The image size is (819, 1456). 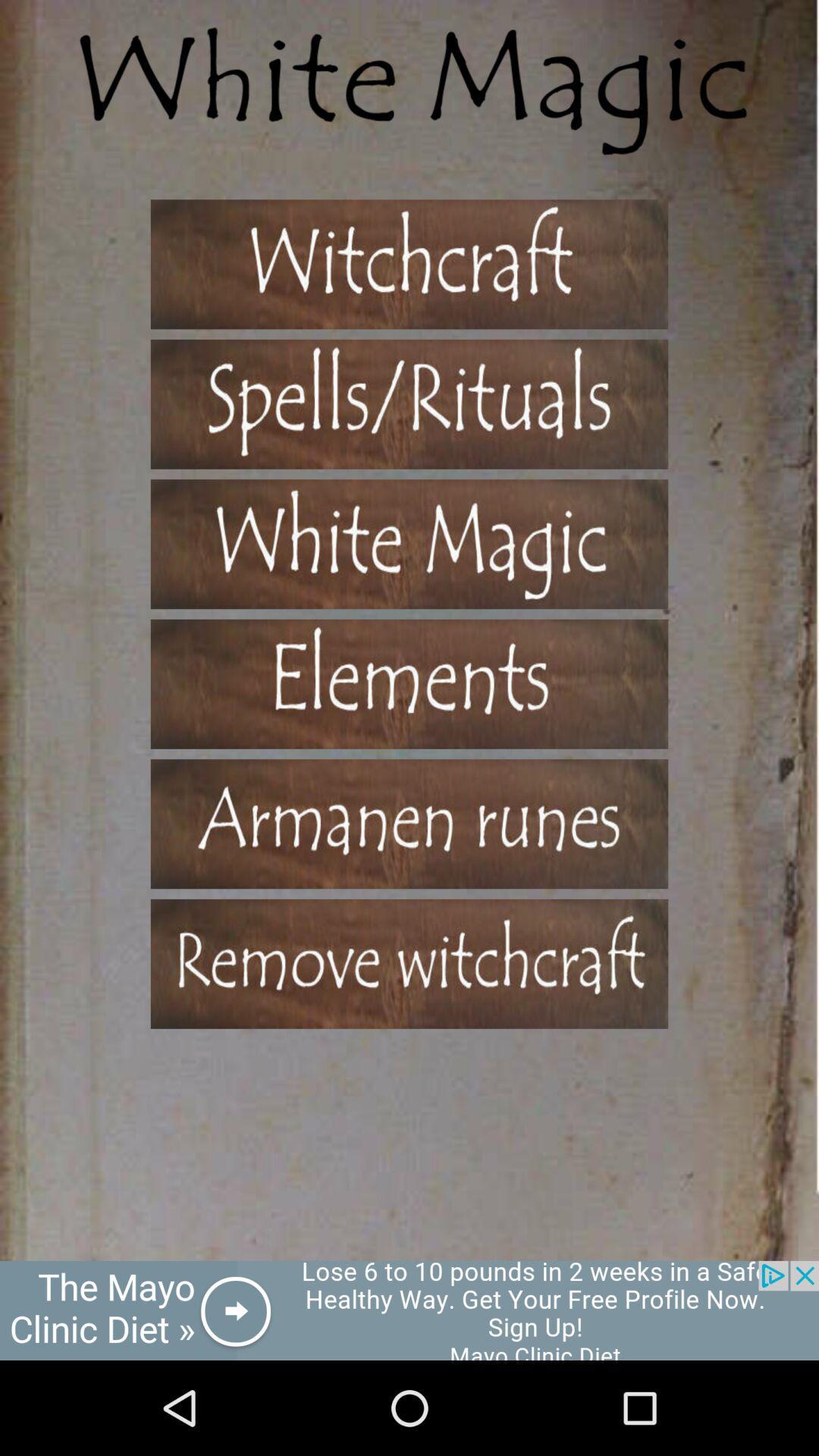 What do you see at coordinates (409, 823) in the screenshot?
I see `menu selection` at bounding box center [409, 823].